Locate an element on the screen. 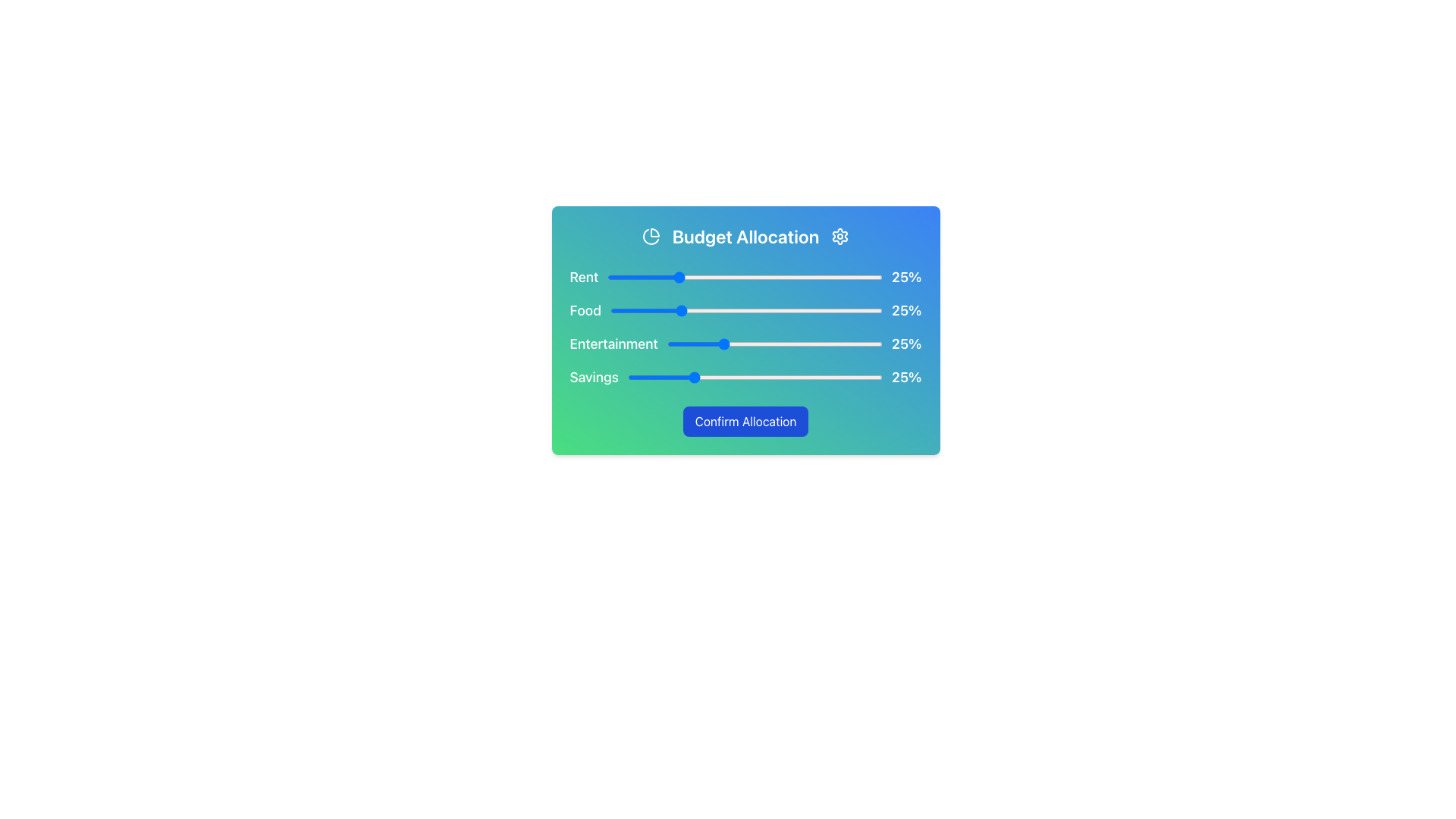  the Savings slider is located at coordinates (661, 376).